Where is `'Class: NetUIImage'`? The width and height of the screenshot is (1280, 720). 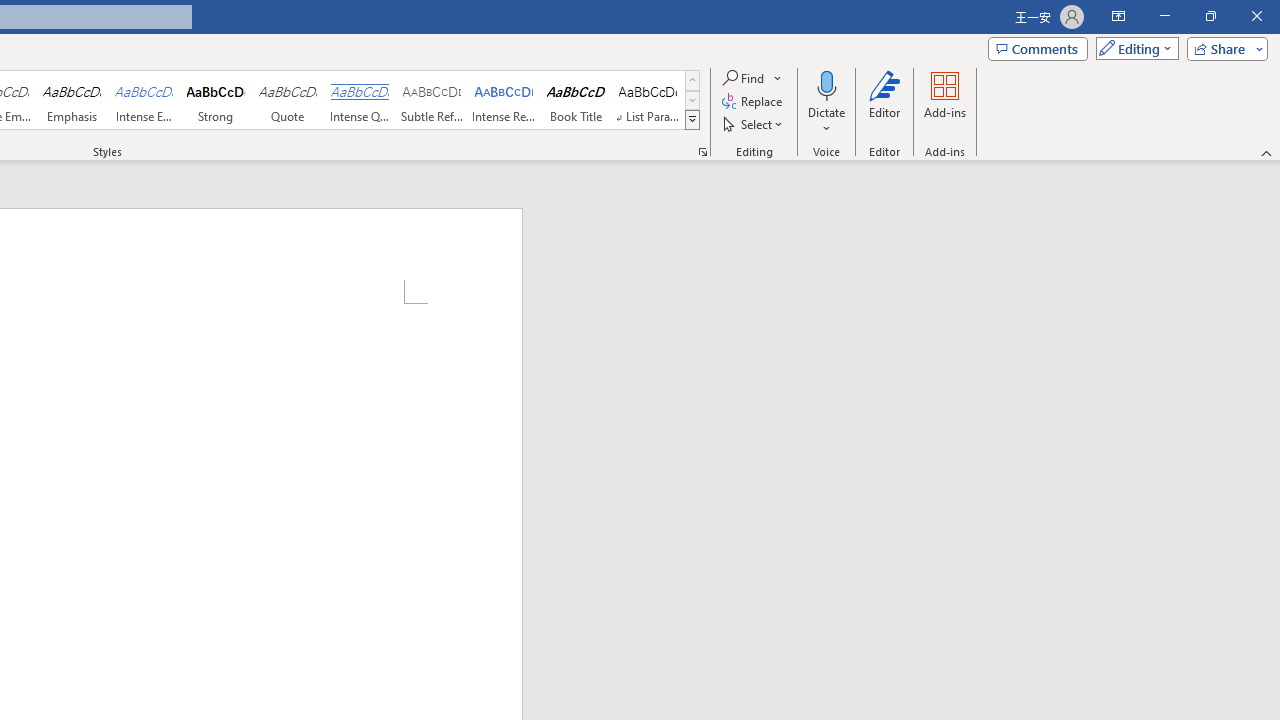 'Class: NetUIImage' is located at coordinates (693, 119).